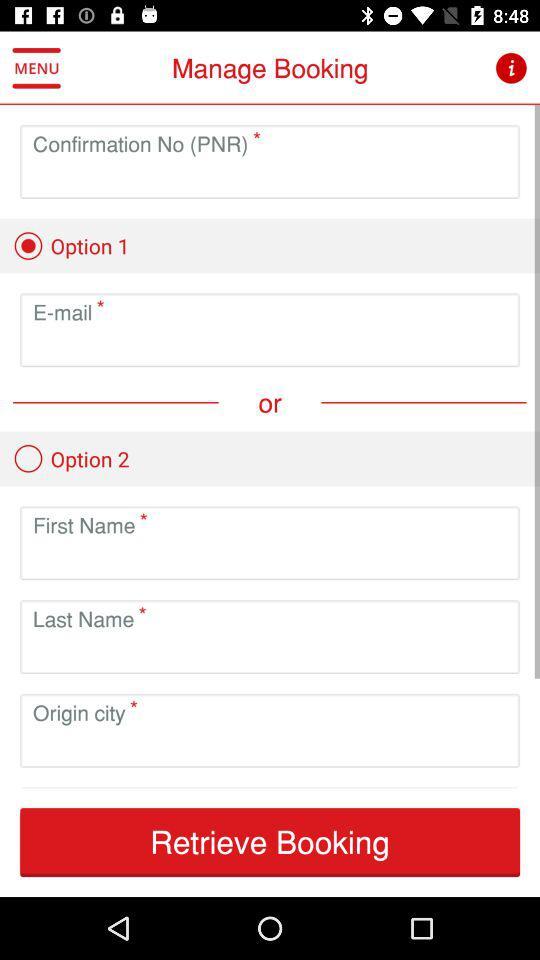 The image size is (540, 960). Describe the element at coordinates (97, 304) in the screenshot. I see `asterick symbol in first text field below option 1` at that location.